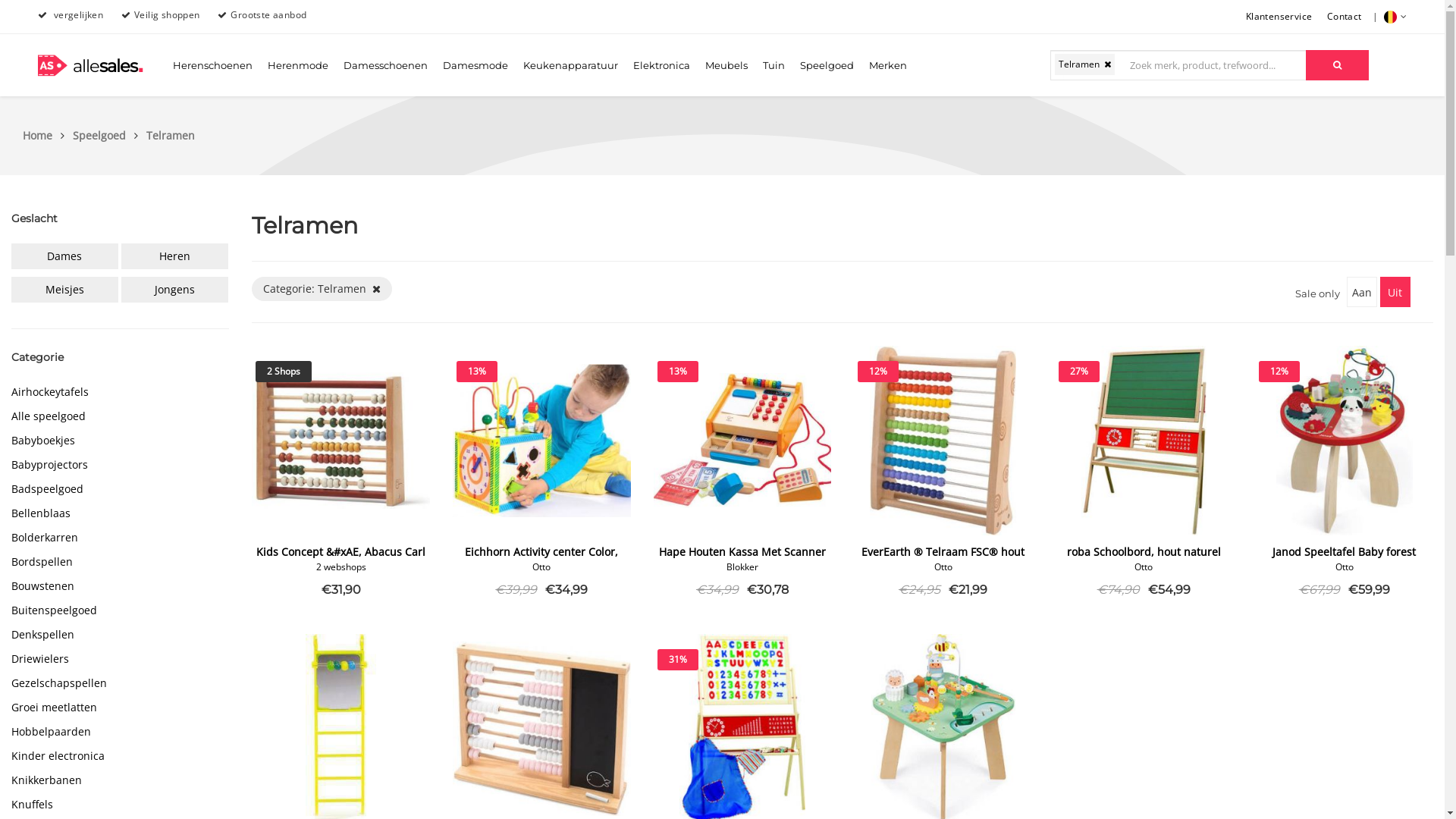 Image resolution: width=1456 pixels, height=819 pixels. What do you see at coordinates (861, 64) in the screenshot?
I see `'Merken'` at bounding box center [861, 64].